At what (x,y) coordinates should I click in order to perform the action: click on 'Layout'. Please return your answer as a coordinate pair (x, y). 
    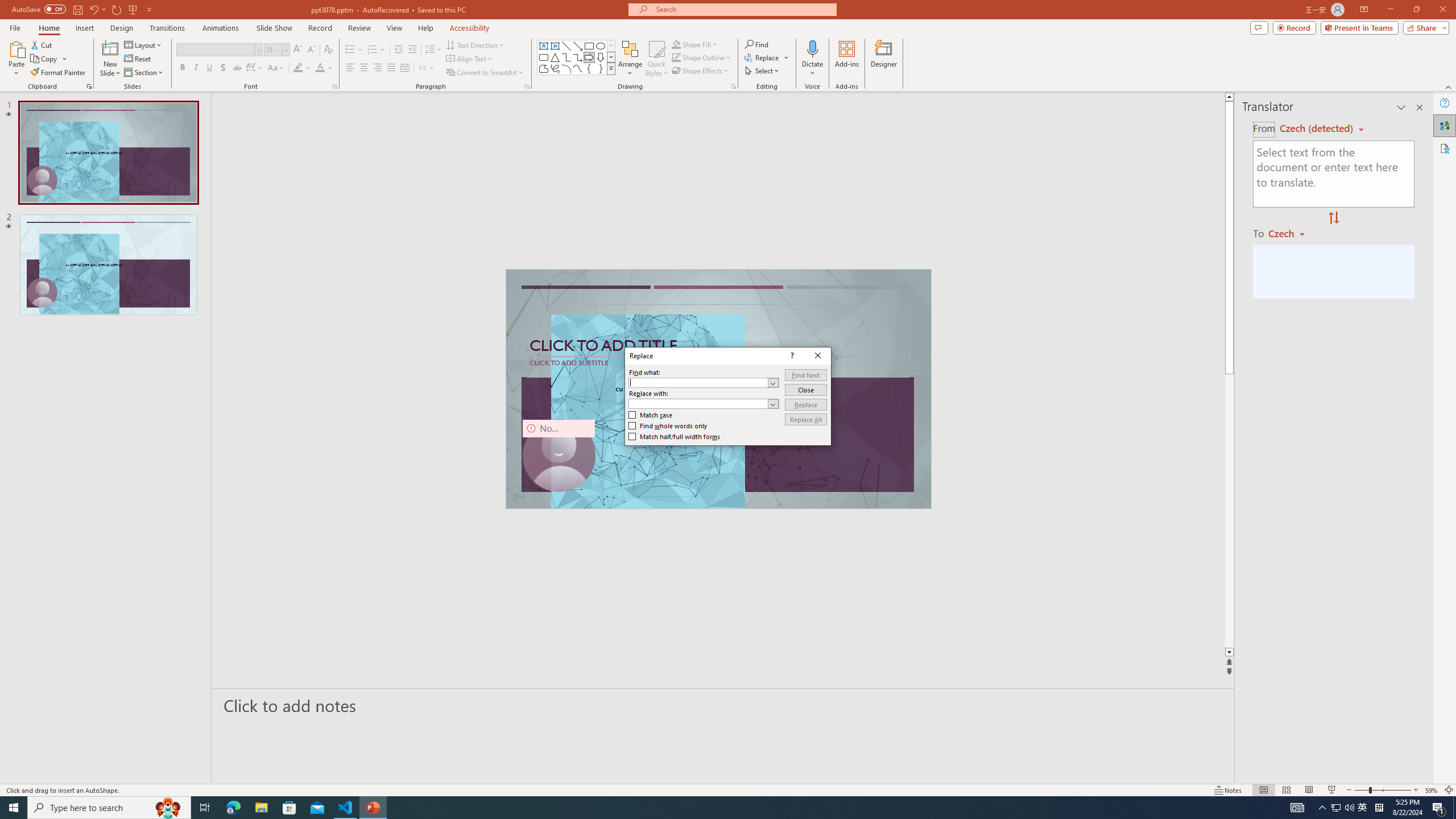
    Looking at the image, I should click on (143, 44).